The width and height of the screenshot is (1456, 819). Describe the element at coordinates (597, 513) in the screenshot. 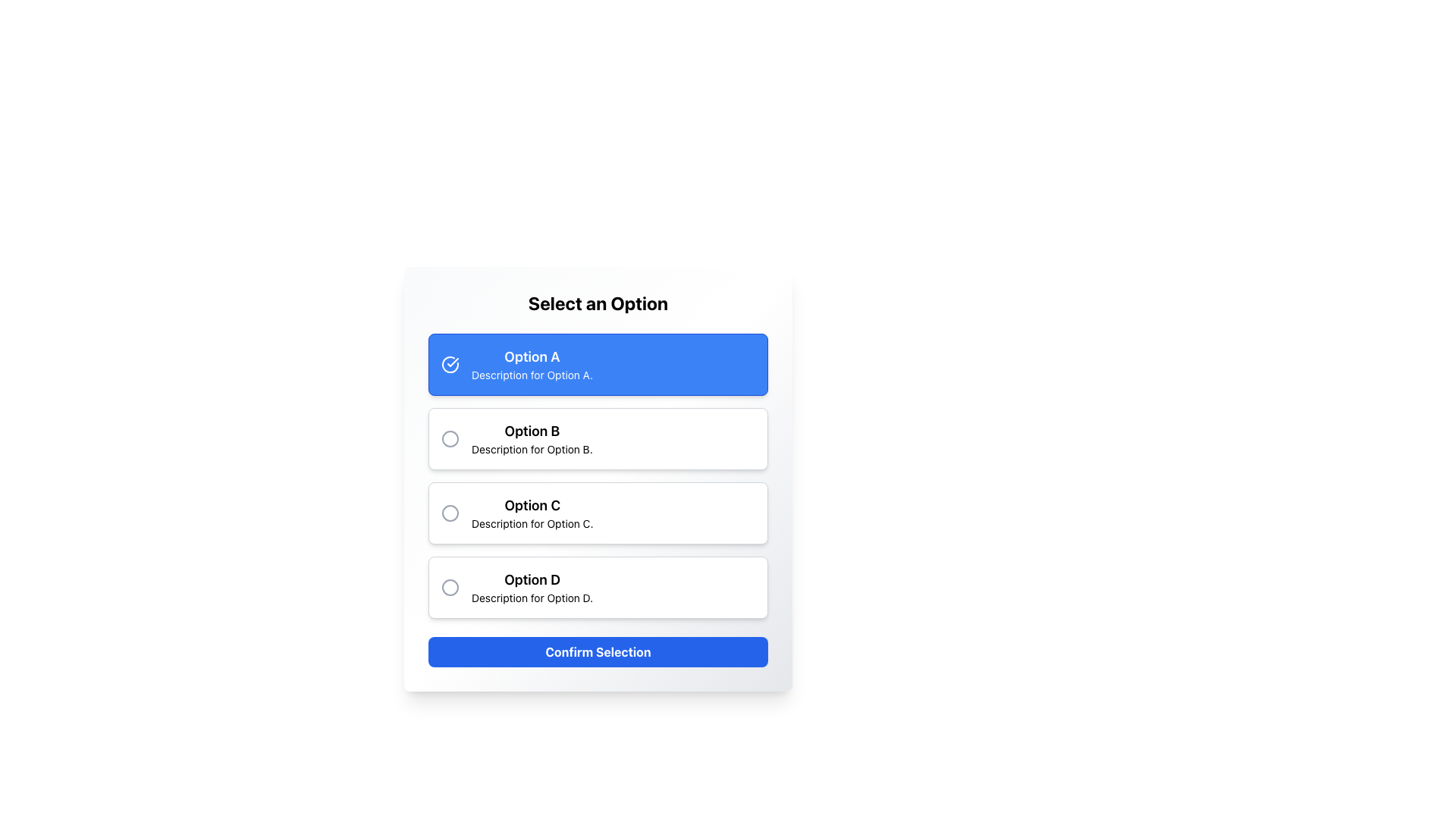

I see `to select the third card-style option in the vertical list of selectable options in the form or survey` at that location.